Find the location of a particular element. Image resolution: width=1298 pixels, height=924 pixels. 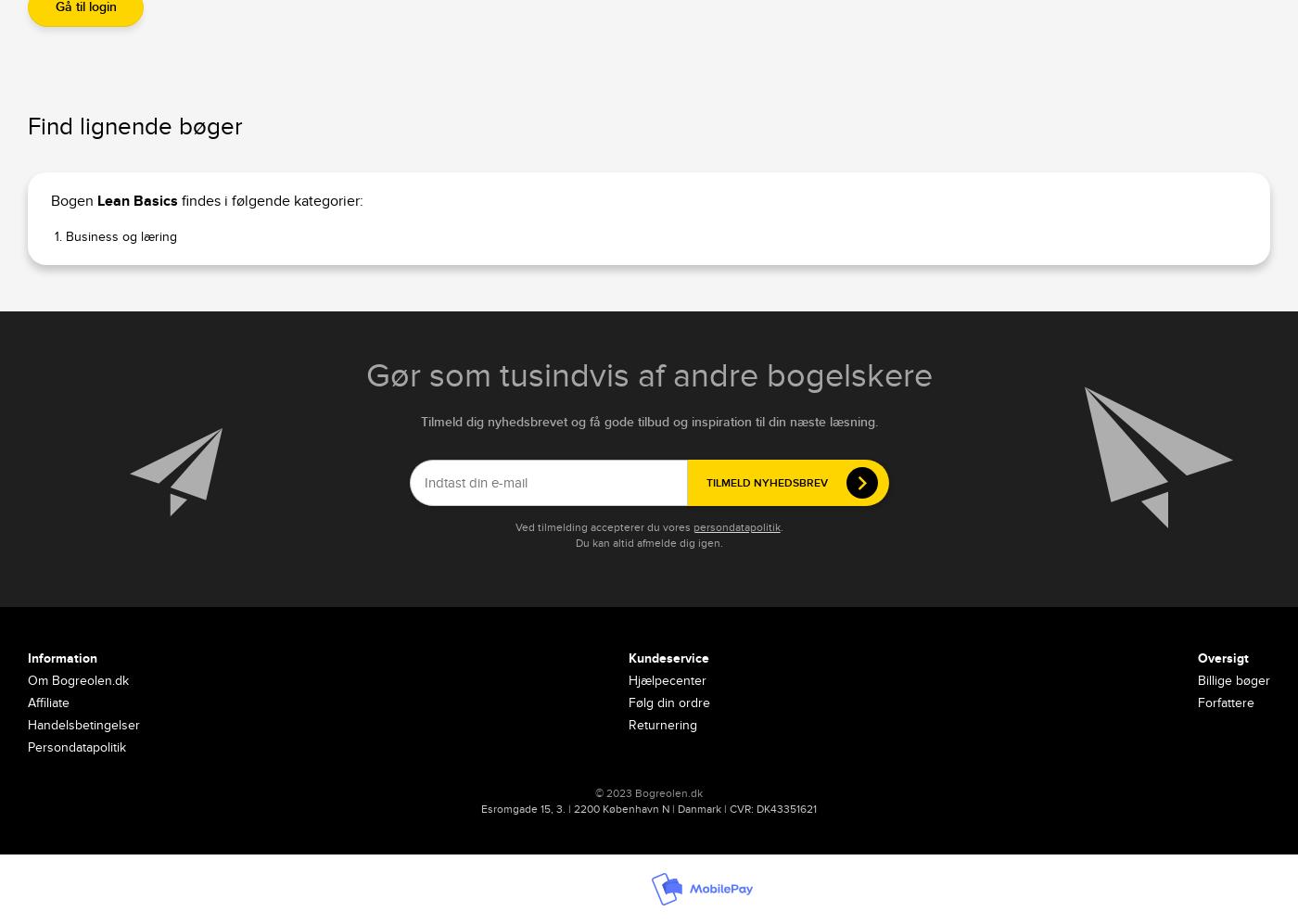

'Information' is located at coordinates (26, 656).